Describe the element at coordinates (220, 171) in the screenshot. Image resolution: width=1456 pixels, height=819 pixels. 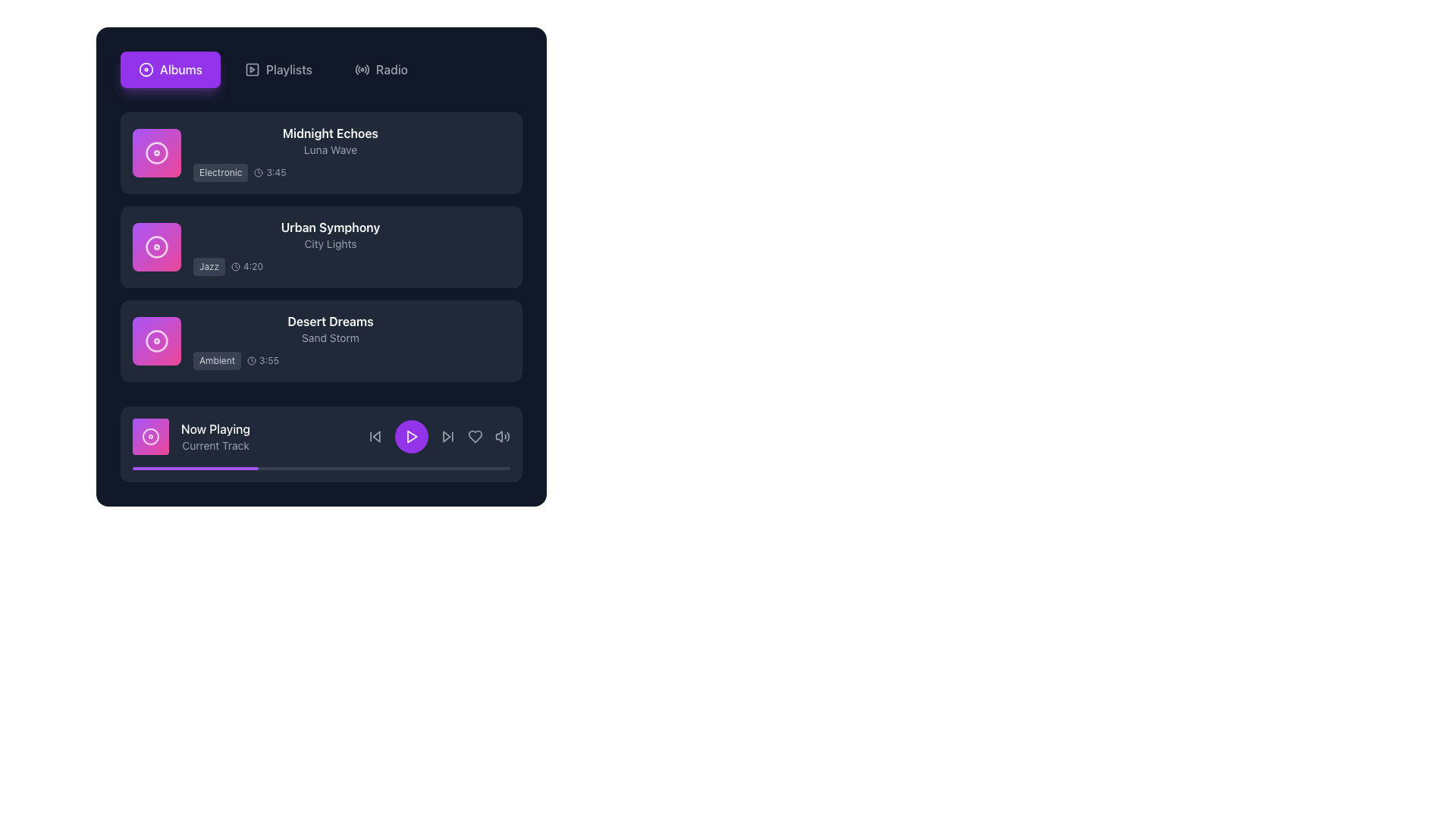
I see `the genre label or badge associated with the album 'Midnight Echoes', located in the upper-left quadrant of the interface, aligned horizontally with the album name and vertically with the album icon` at that location.